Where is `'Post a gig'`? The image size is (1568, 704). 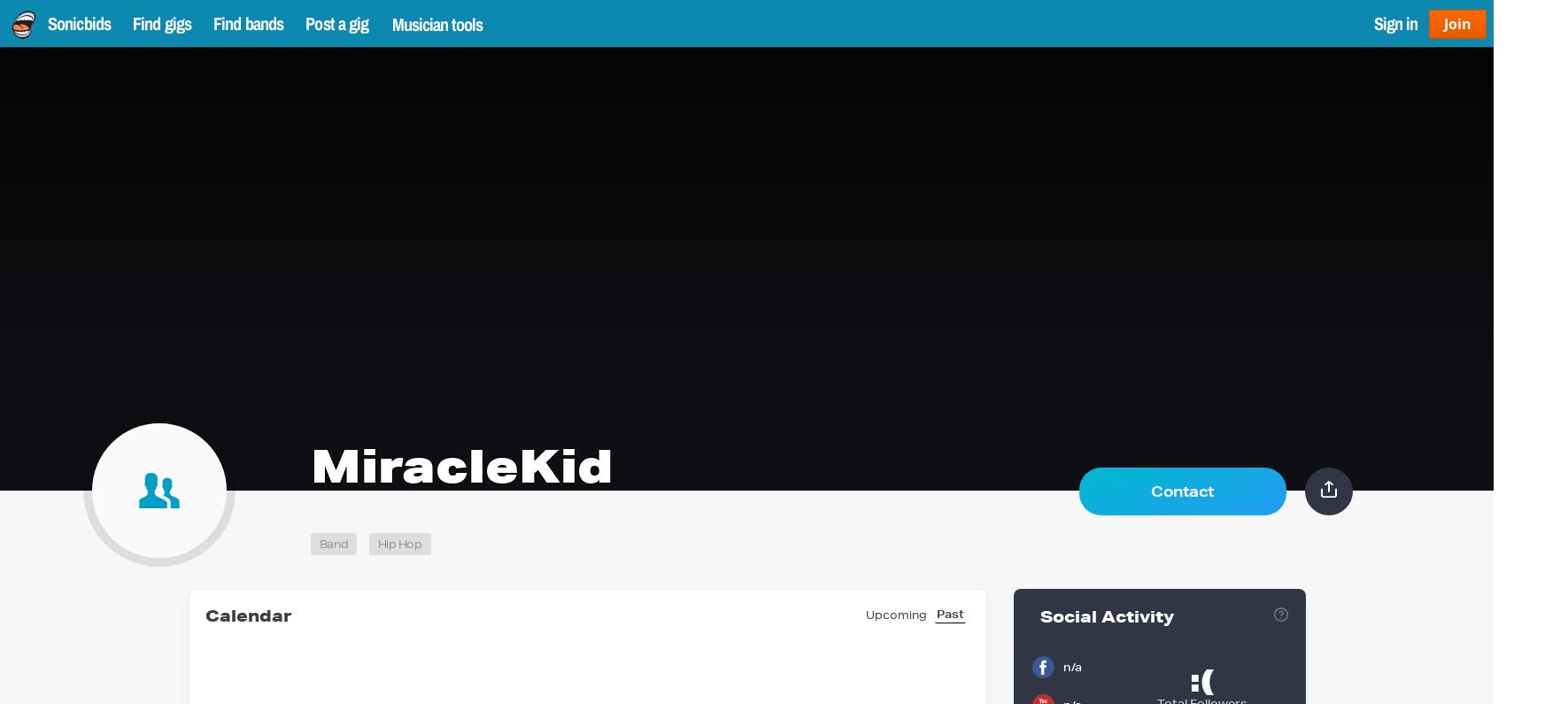
'Post a gig' is located at coordinates (336, 22).